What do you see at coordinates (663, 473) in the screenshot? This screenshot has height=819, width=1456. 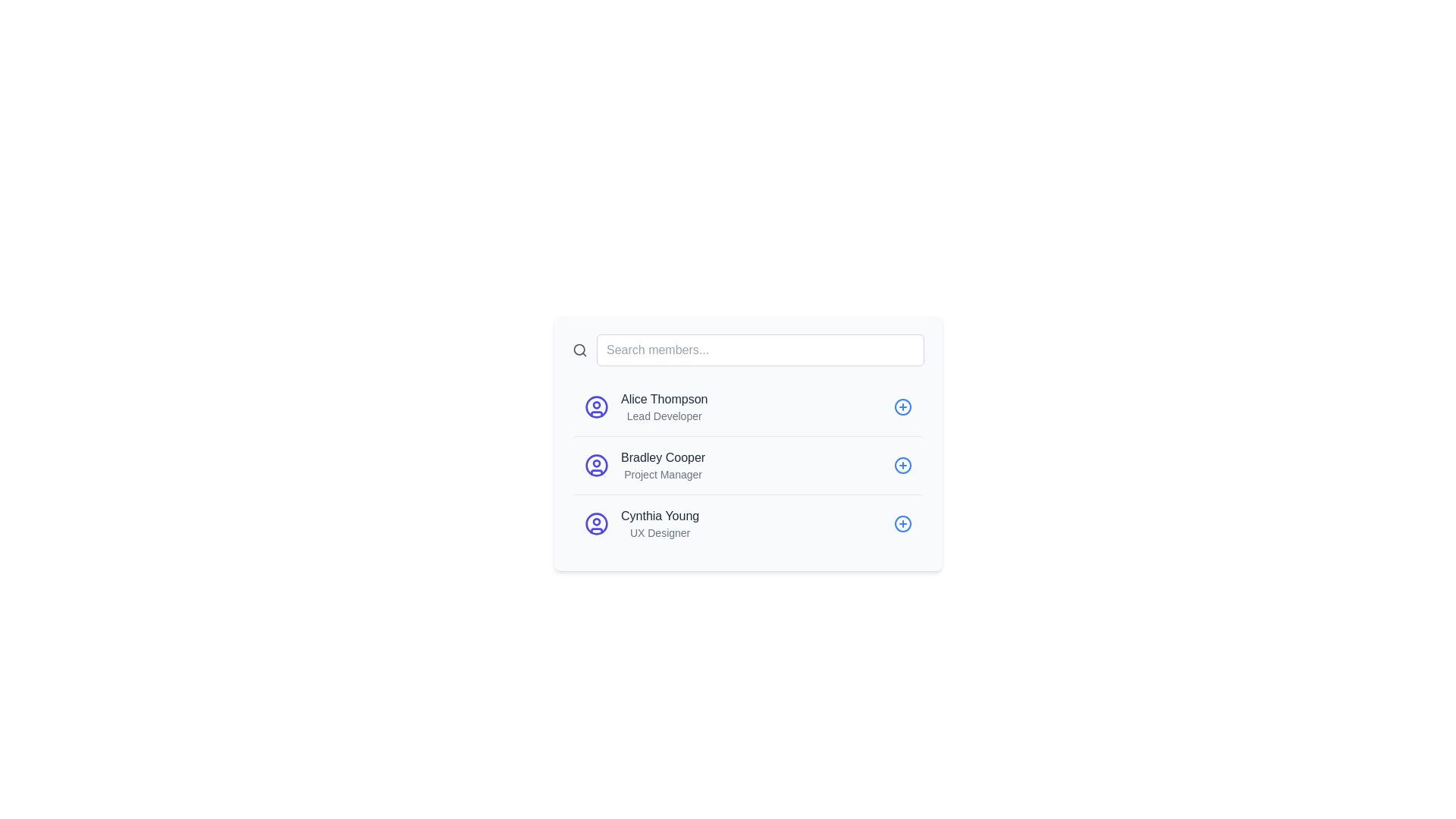 I see `the informational text label that indicates the professional title or role associated with 'Bradley Cooper', which is located immediately below the larger text` at bounding box center [663, 473].